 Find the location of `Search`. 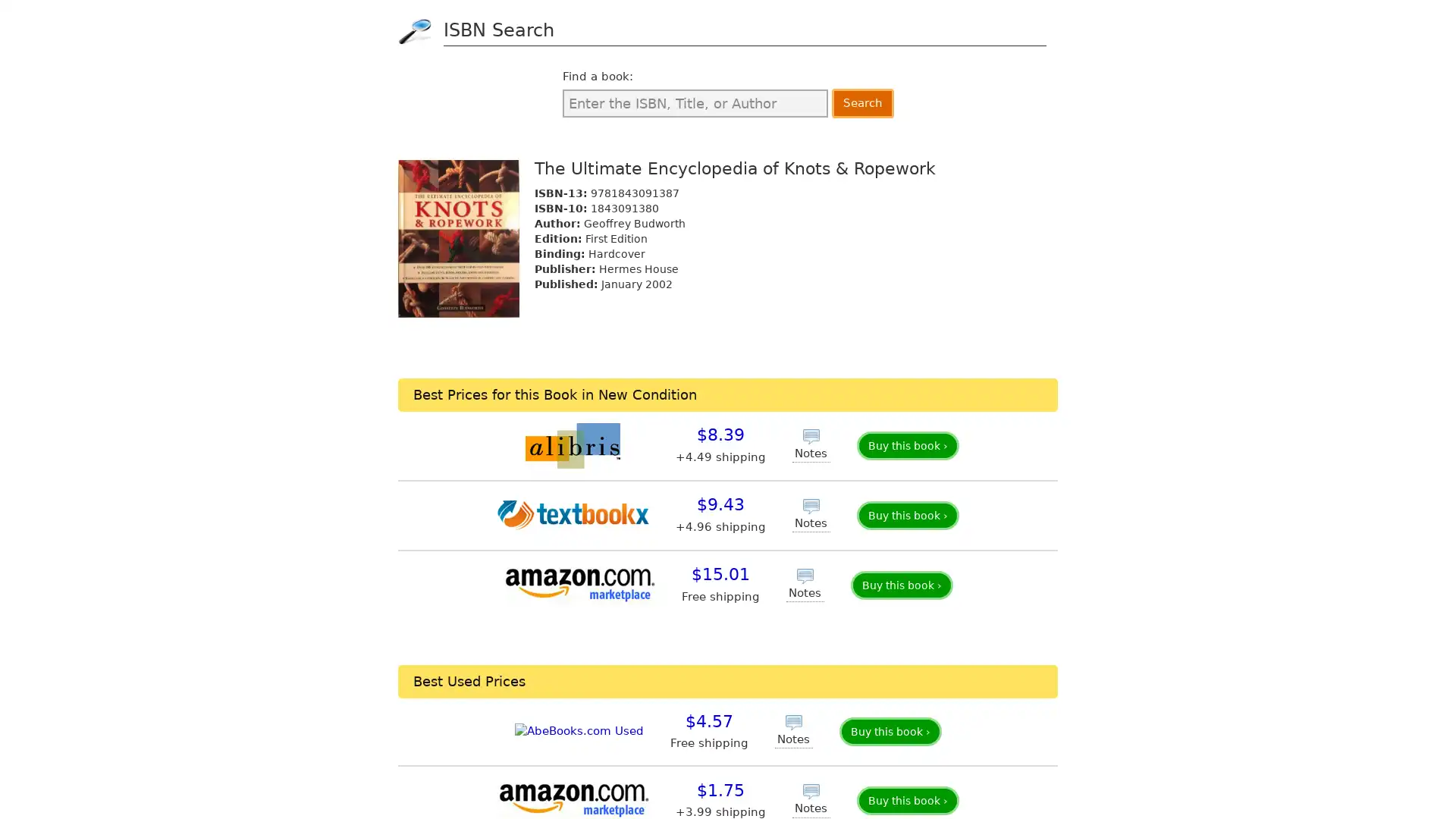

Search is located at coordinates (862, 102).